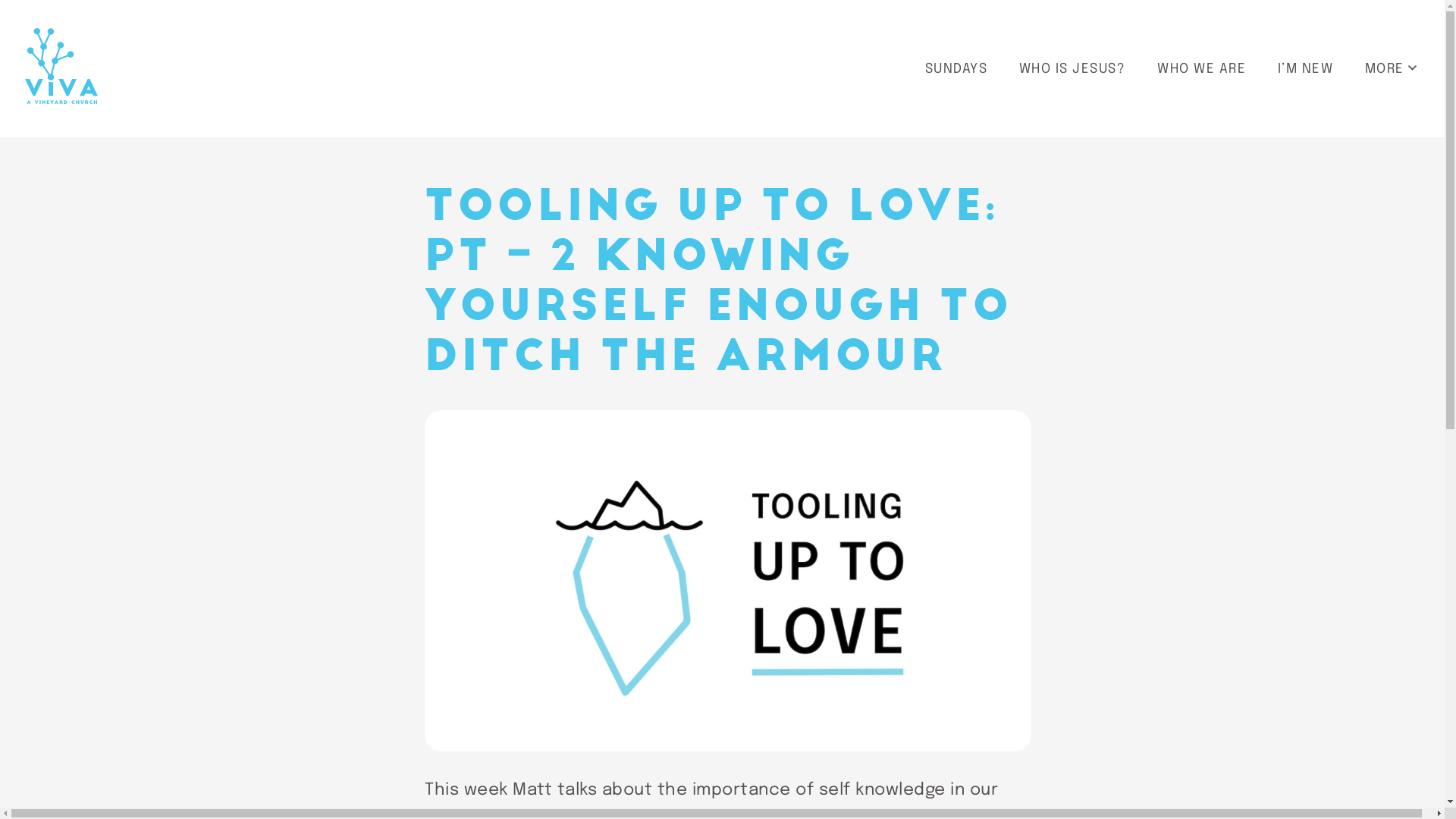 The image size is (1456, 819). I want to click on 'WHO IS JESUS?', so click(1072, 69).